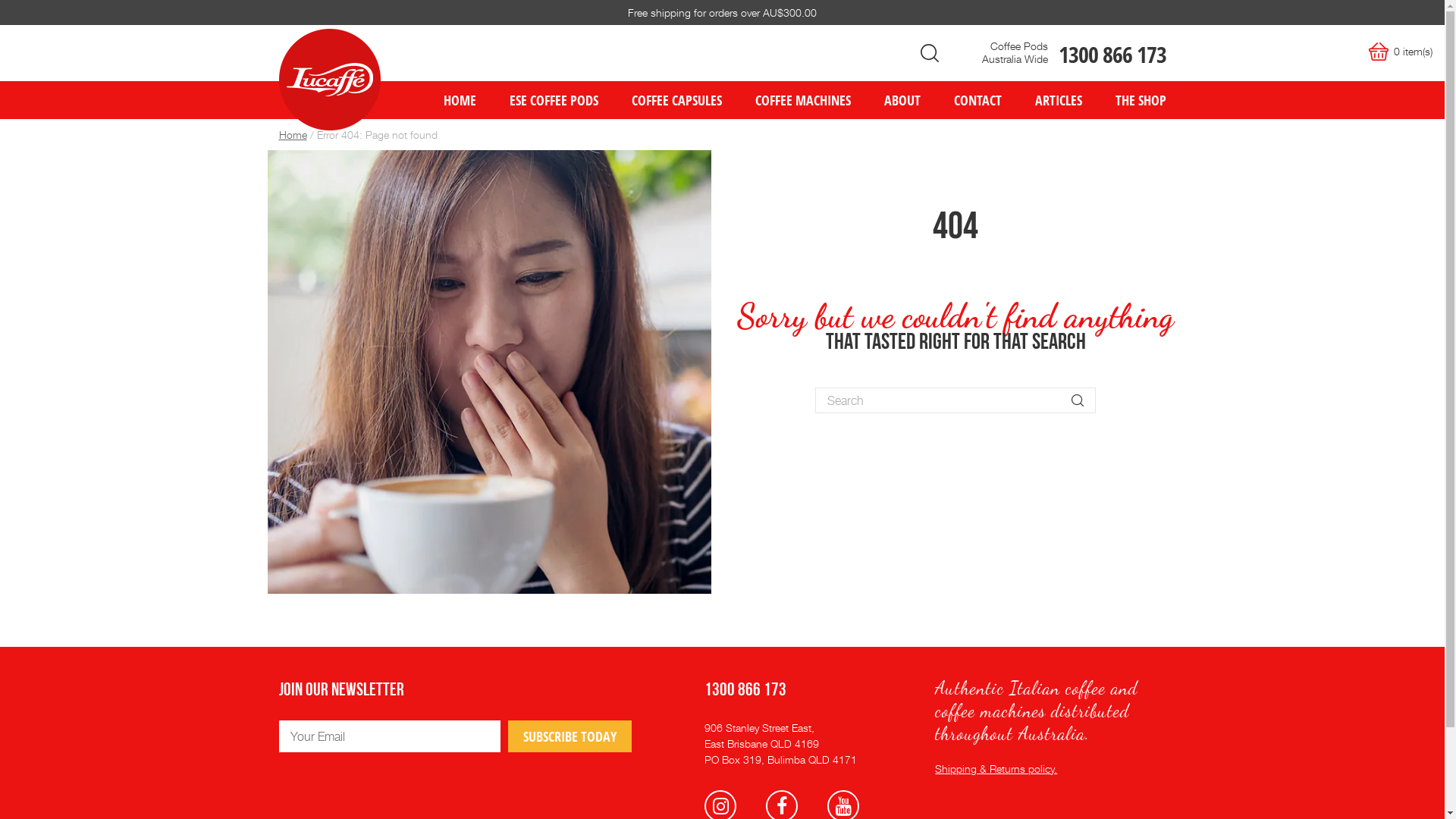 The width and height of the screenshot is (1456, 819). I want to click on 'Home', so click(293, 133).